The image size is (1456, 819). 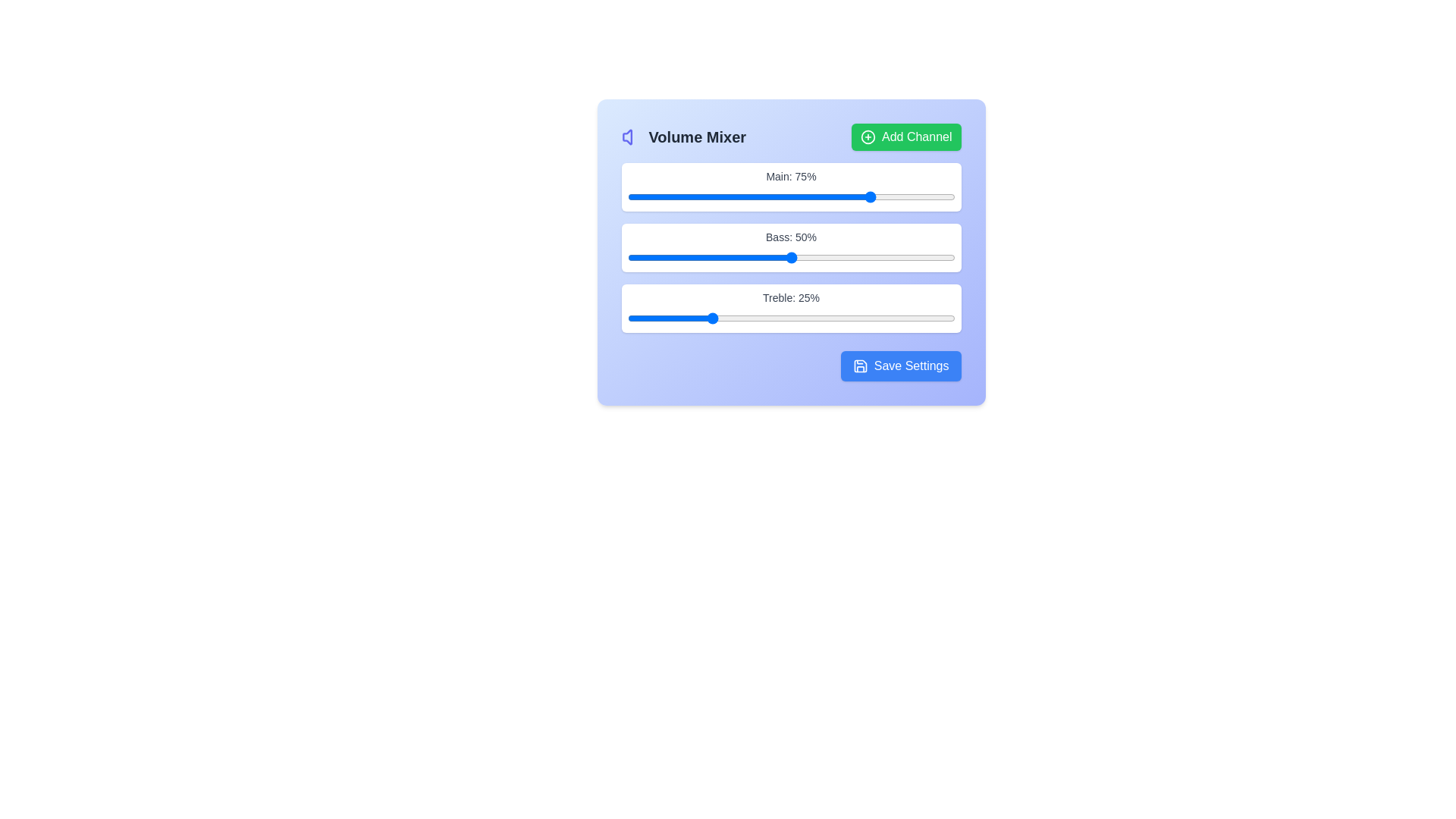 What do you see at coordinates (644, 196) in the screenshot?
I see `the main volume` at bounding box center [644, 196].